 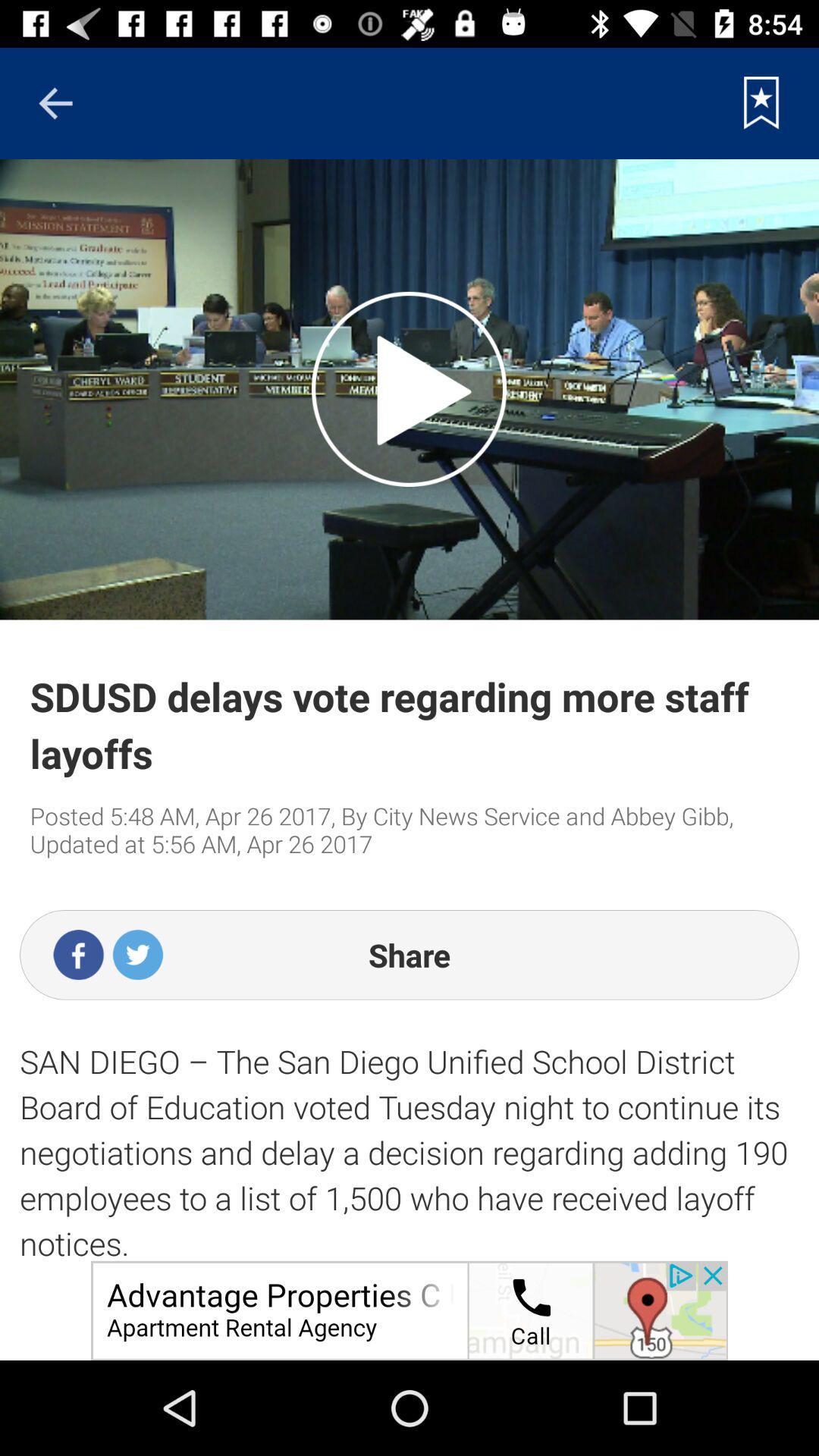 What do you see at coordinates (761, 102) in the screenshot?
I see `click archieve button` at bounding box center [761, 102].